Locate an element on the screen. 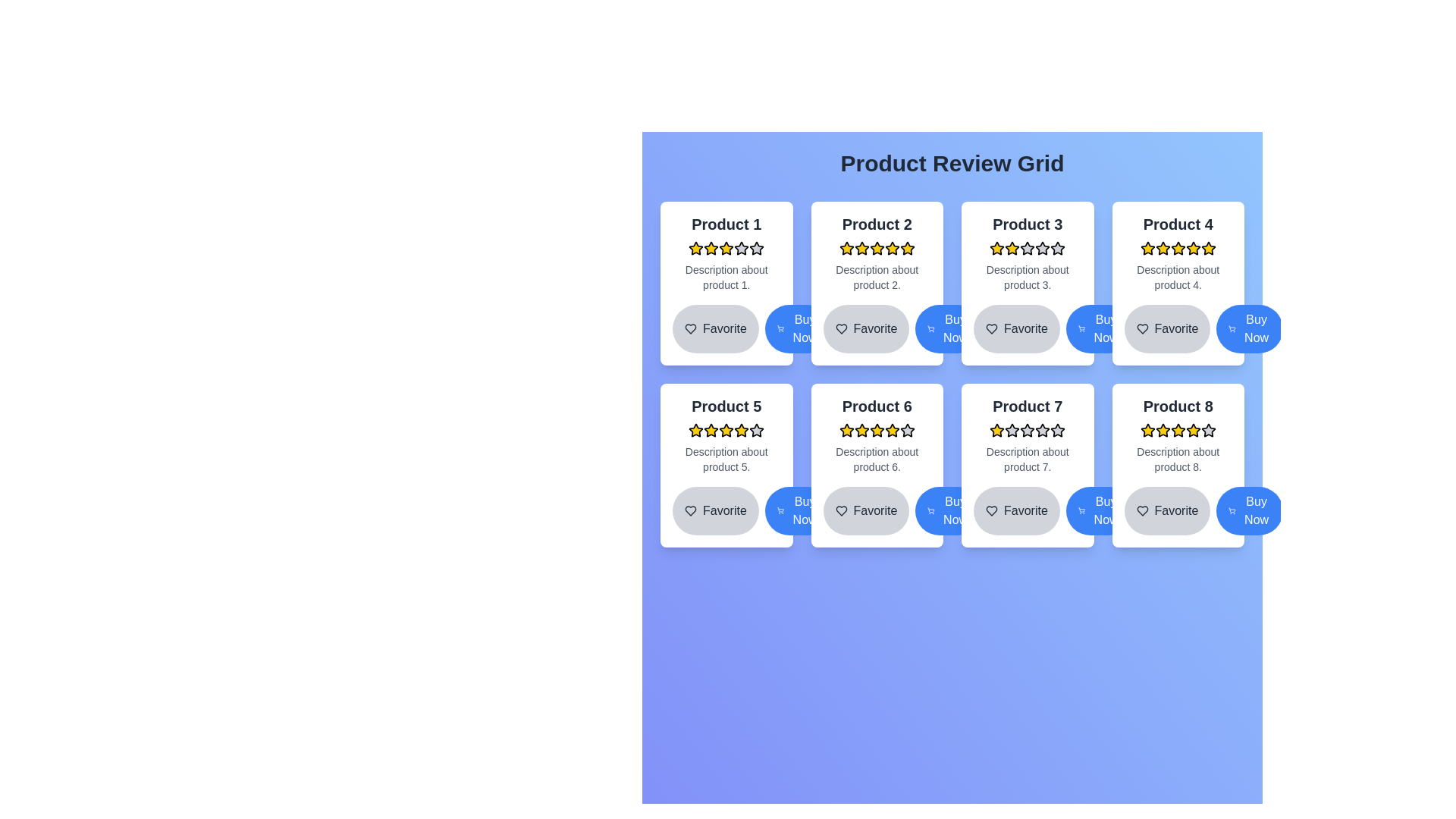 The width and height of the screenshot is (1456, 819). the third star in the graphical rating component for Product 2 to interact with it is located at coordinates (877, 247).